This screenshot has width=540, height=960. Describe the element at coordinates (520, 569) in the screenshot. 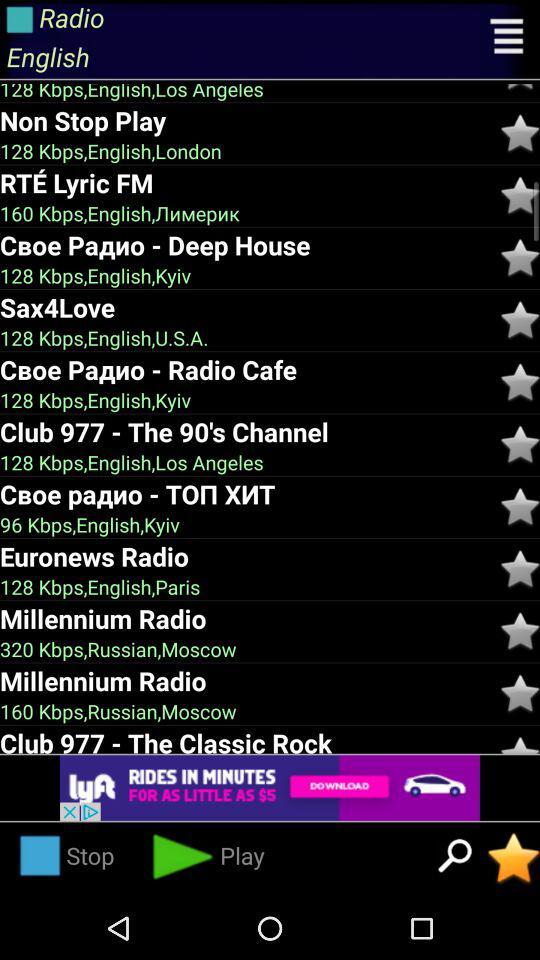

I see `the rating` at that location.